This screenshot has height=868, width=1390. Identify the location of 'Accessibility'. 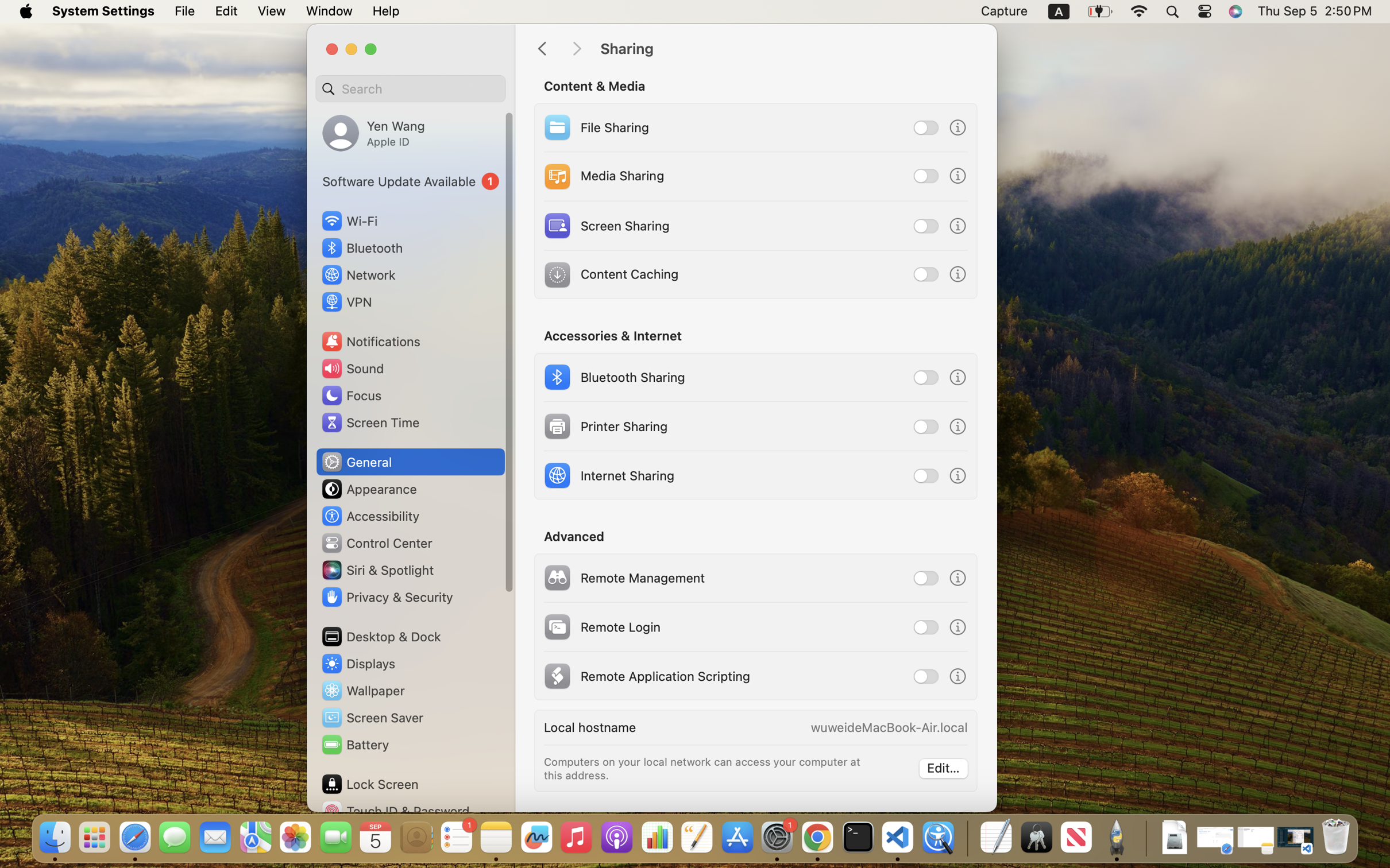
(370, 515).